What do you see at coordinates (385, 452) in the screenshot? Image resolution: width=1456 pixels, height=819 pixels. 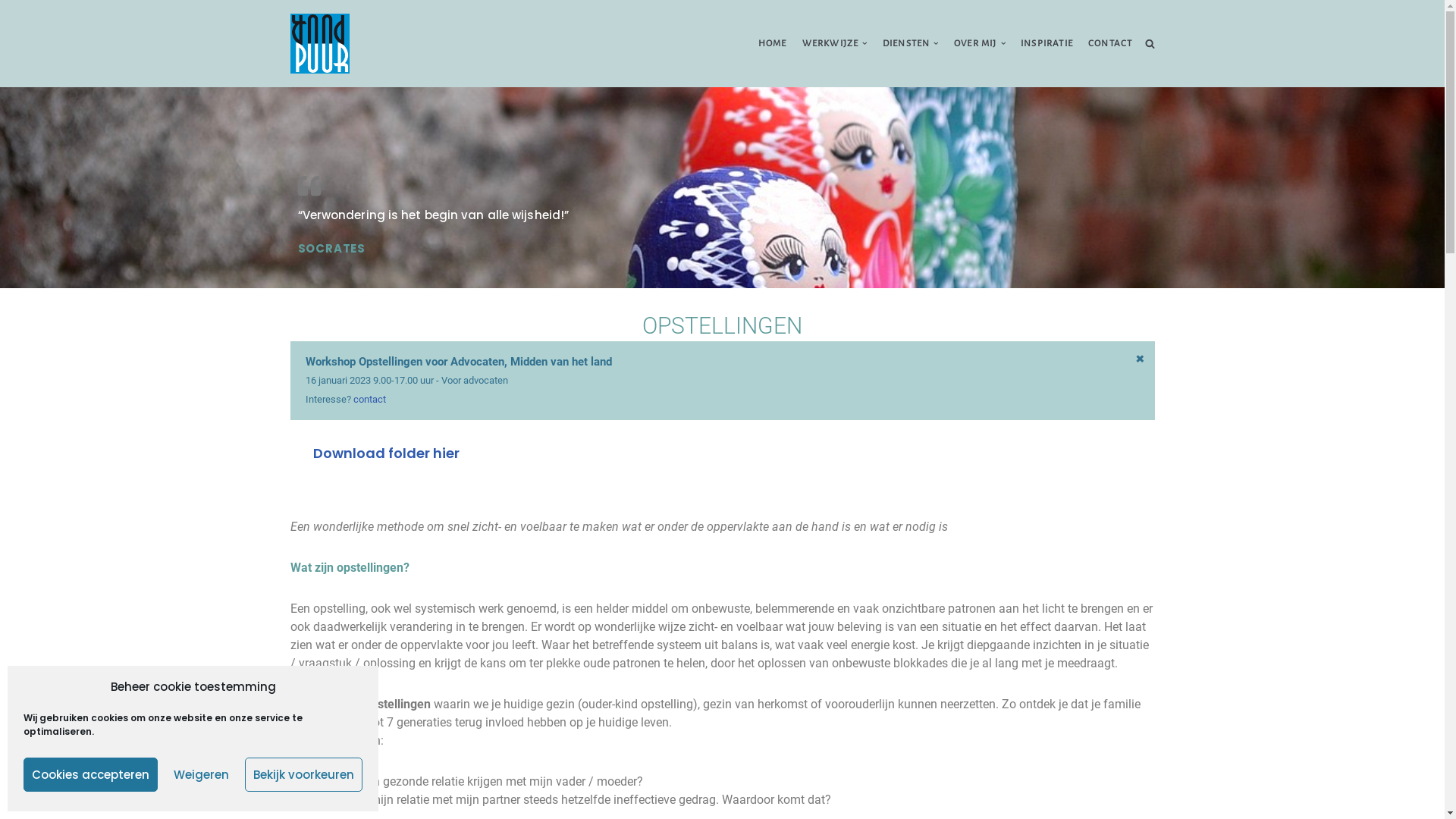 I see `'Download folder hier'` at bounding box center [385, 452].